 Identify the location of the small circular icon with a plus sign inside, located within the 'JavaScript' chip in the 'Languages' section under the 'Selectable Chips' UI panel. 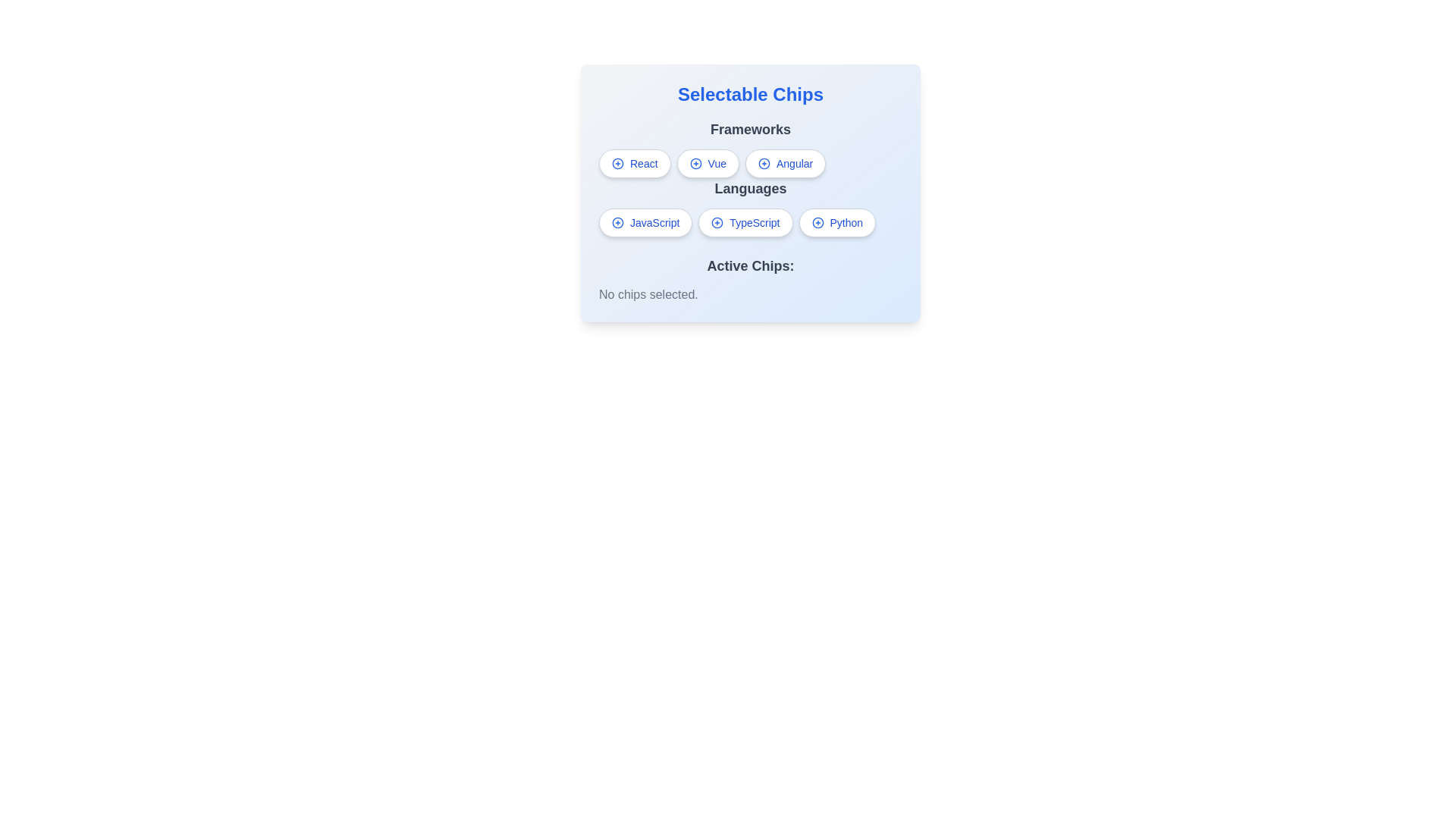
(618, 222).